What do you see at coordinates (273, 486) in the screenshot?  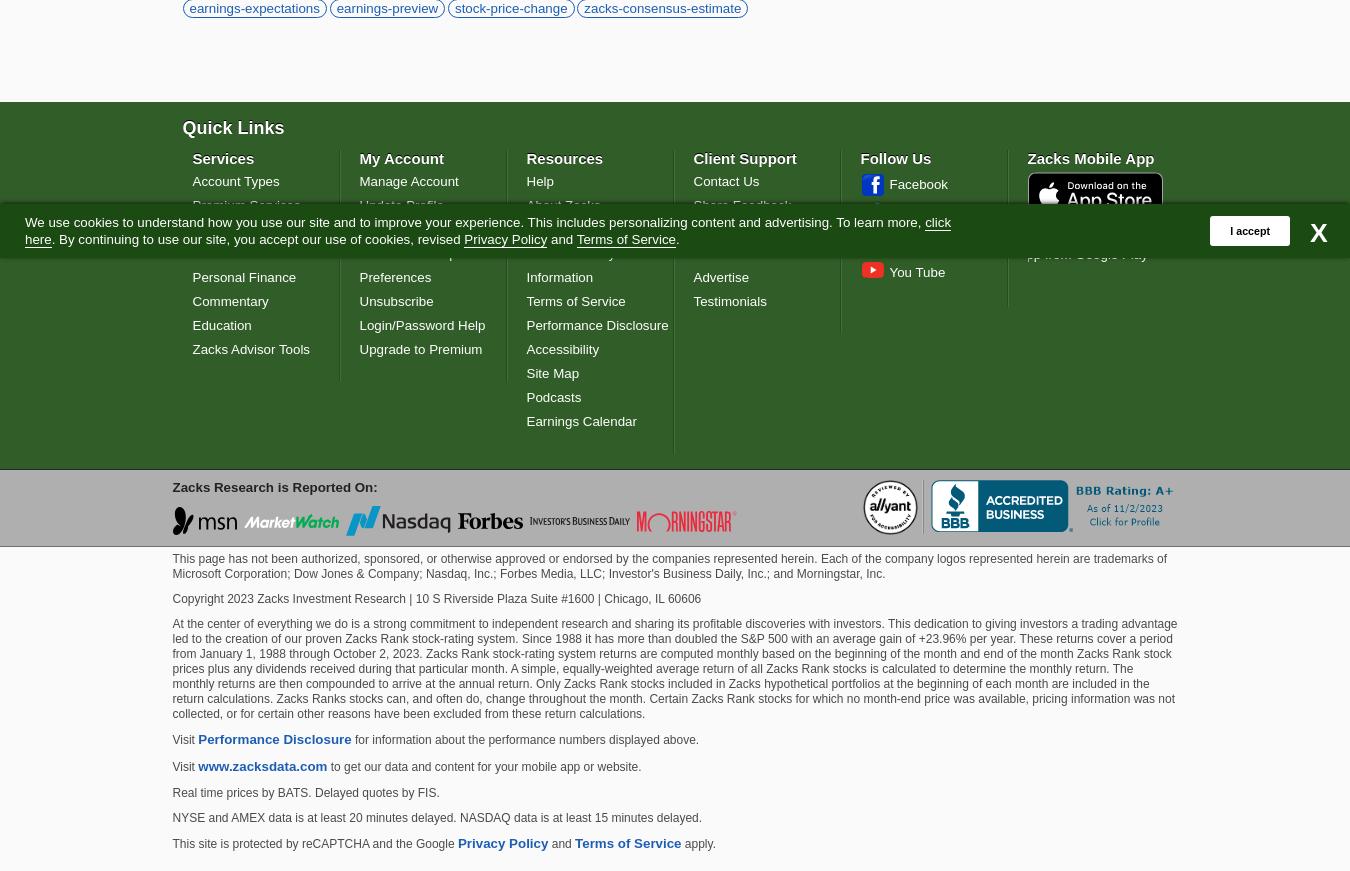 I see `'Zacks Research is Reported On:'` at bounding box center [273, 486].